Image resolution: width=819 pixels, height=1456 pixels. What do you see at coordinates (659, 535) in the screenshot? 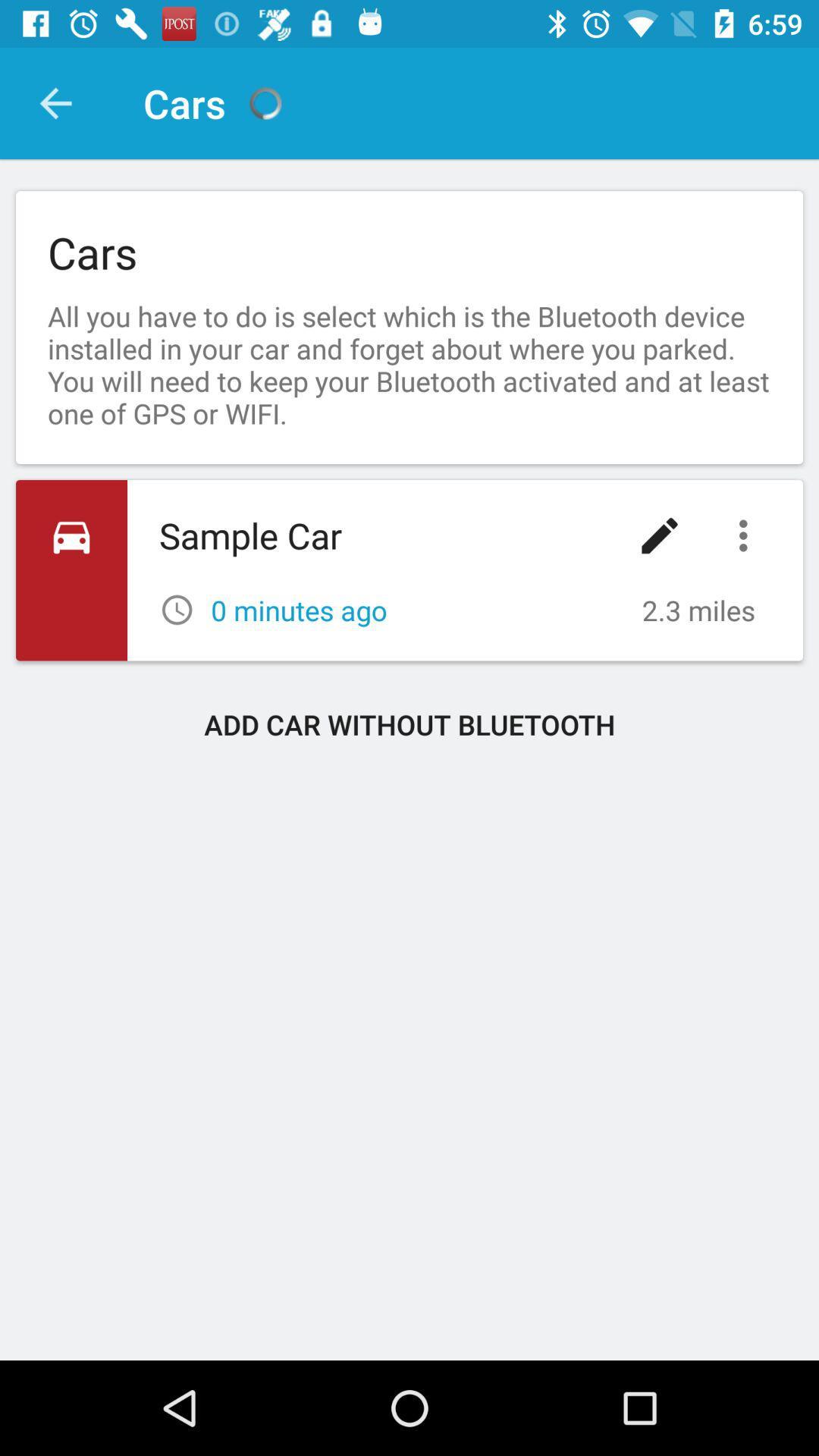
I see `icon below all you have` at bounding box center [659, 535].